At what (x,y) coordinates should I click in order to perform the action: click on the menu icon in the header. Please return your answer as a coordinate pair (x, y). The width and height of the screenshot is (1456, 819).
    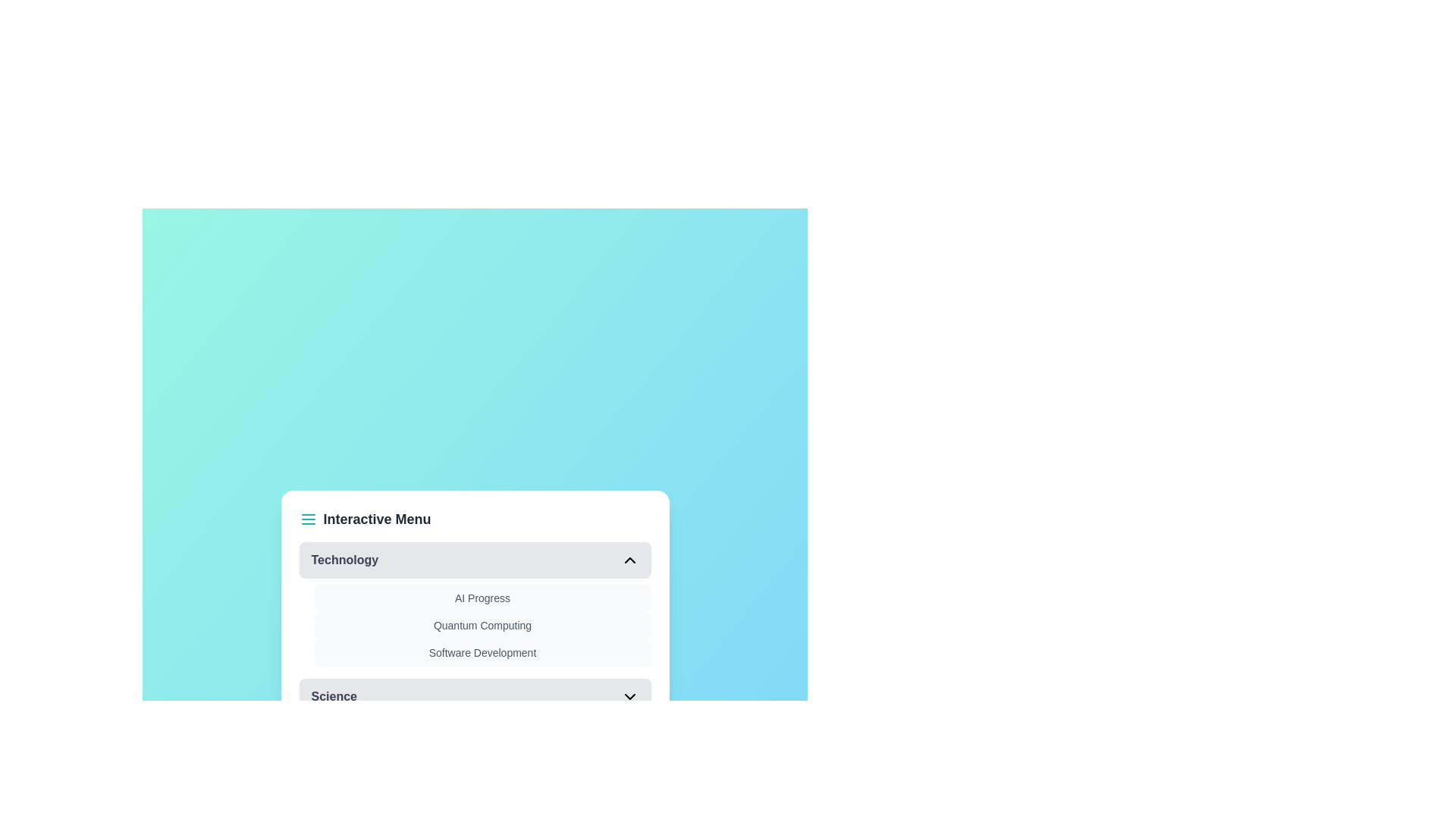
    Looking at the image, I should click on (307, 519).